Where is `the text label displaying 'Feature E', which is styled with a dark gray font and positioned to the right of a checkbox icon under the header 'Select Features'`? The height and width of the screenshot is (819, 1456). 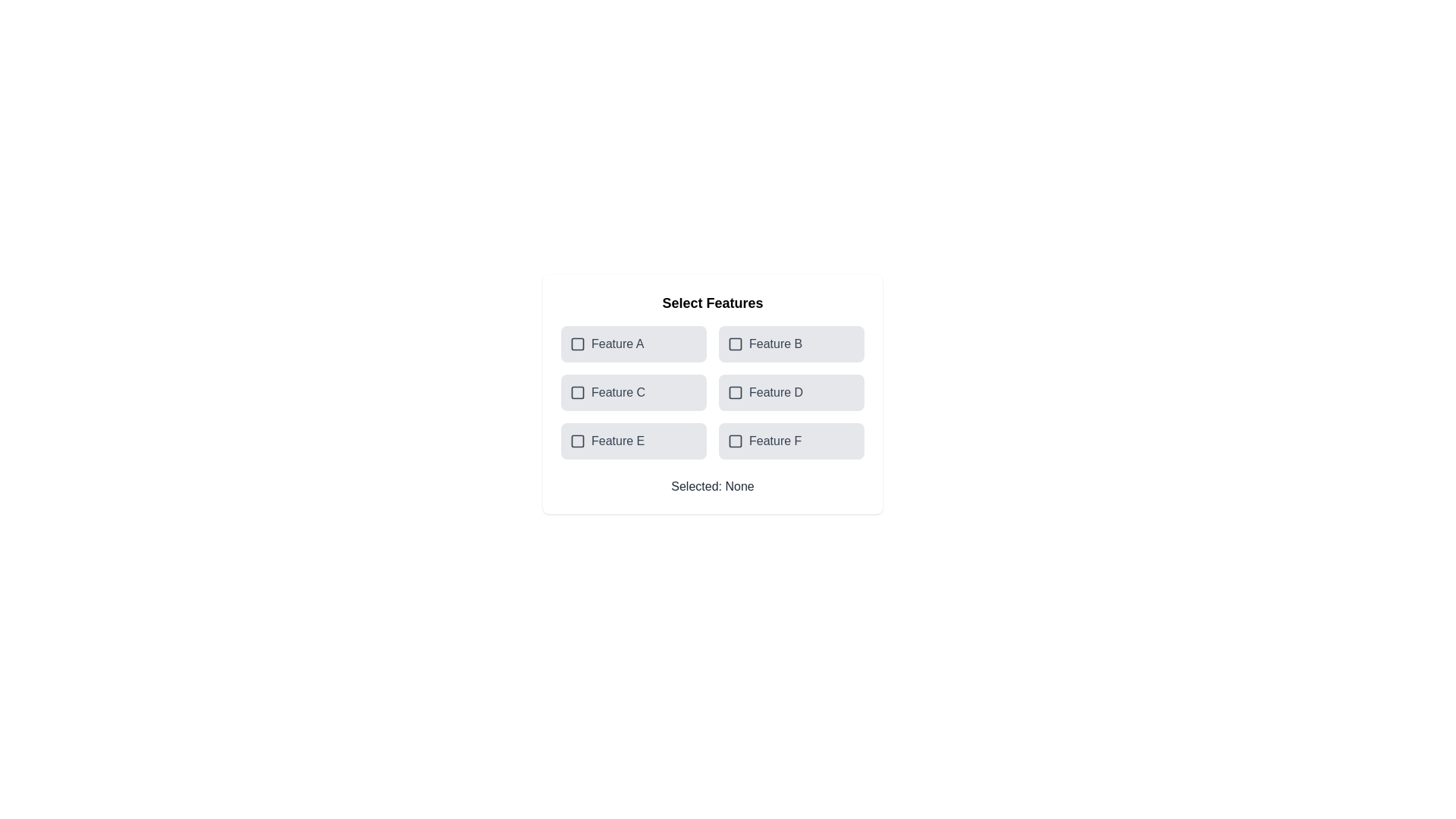
the text label displaying 'Feature E', which is styled with a dark gray font and positioned to the right of a checkbox icon under the header 'Select Features' is located at coordinates (618, 441).